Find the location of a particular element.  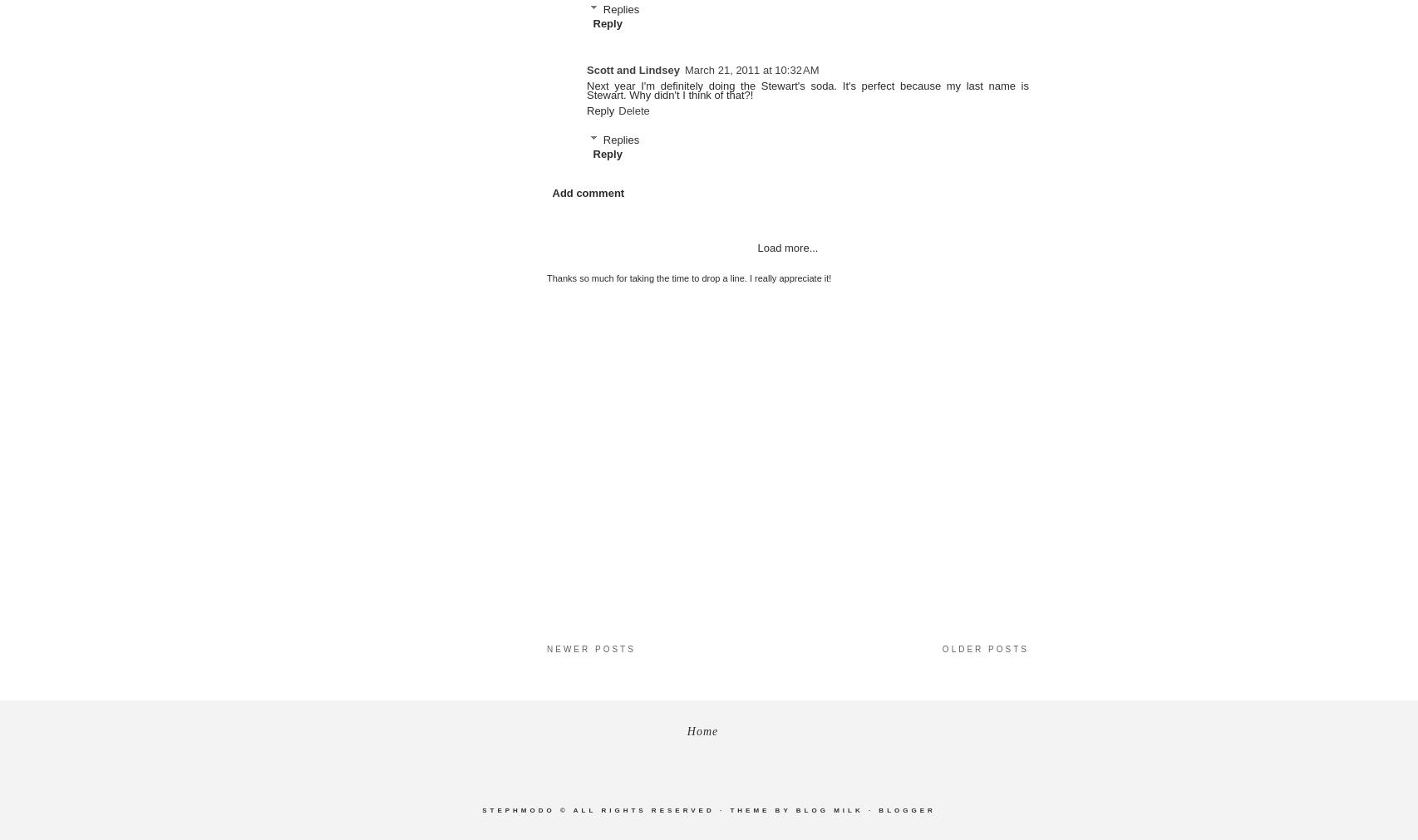

'© All rights reserved · Theme by' is located at coordinates (674, 810).